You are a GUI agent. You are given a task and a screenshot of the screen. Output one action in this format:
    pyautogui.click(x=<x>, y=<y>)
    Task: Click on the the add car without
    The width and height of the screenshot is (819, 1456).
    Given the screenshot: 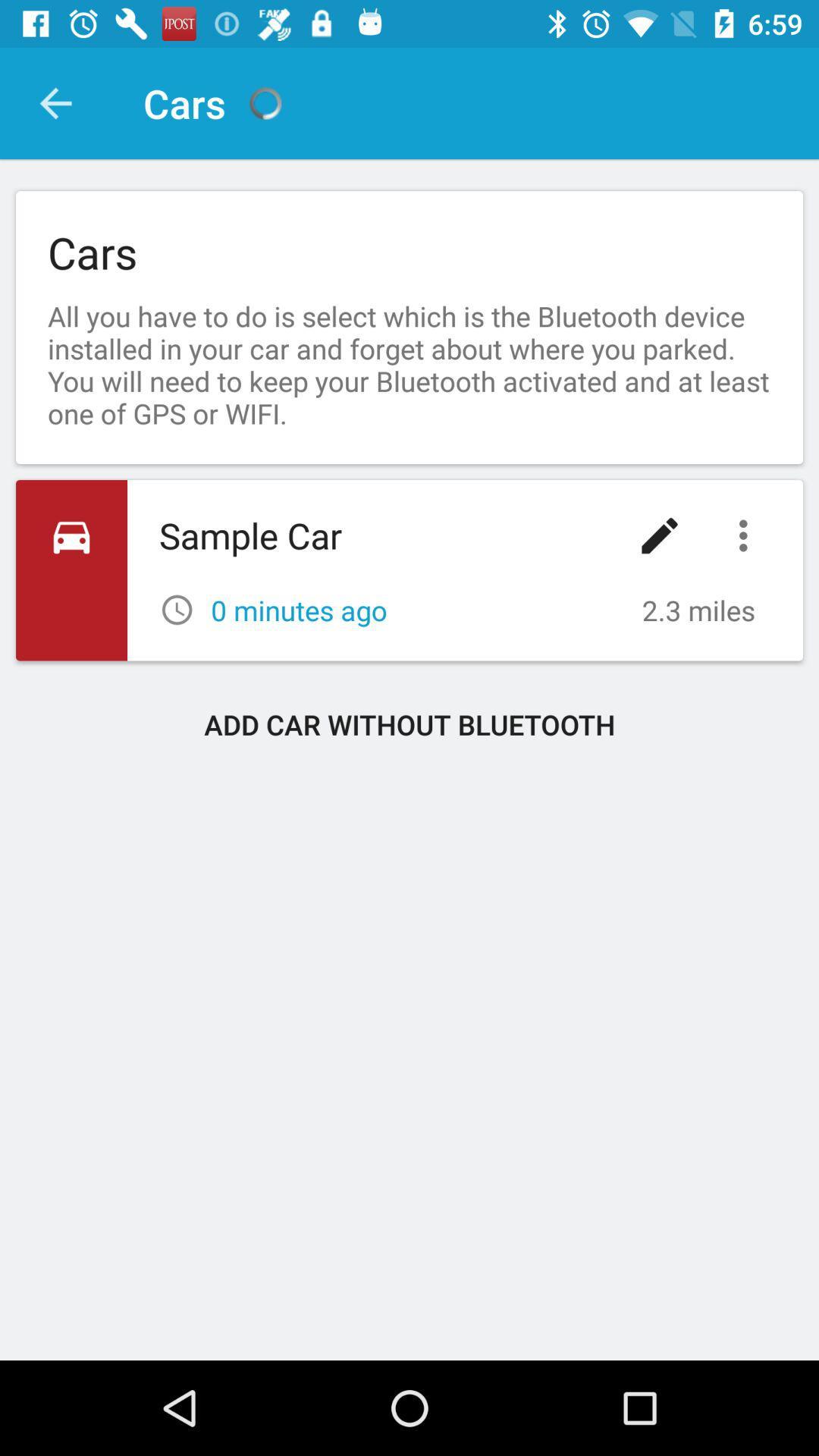 What is the action you would take?
    pyautogui.click(x=409, y=723)
    